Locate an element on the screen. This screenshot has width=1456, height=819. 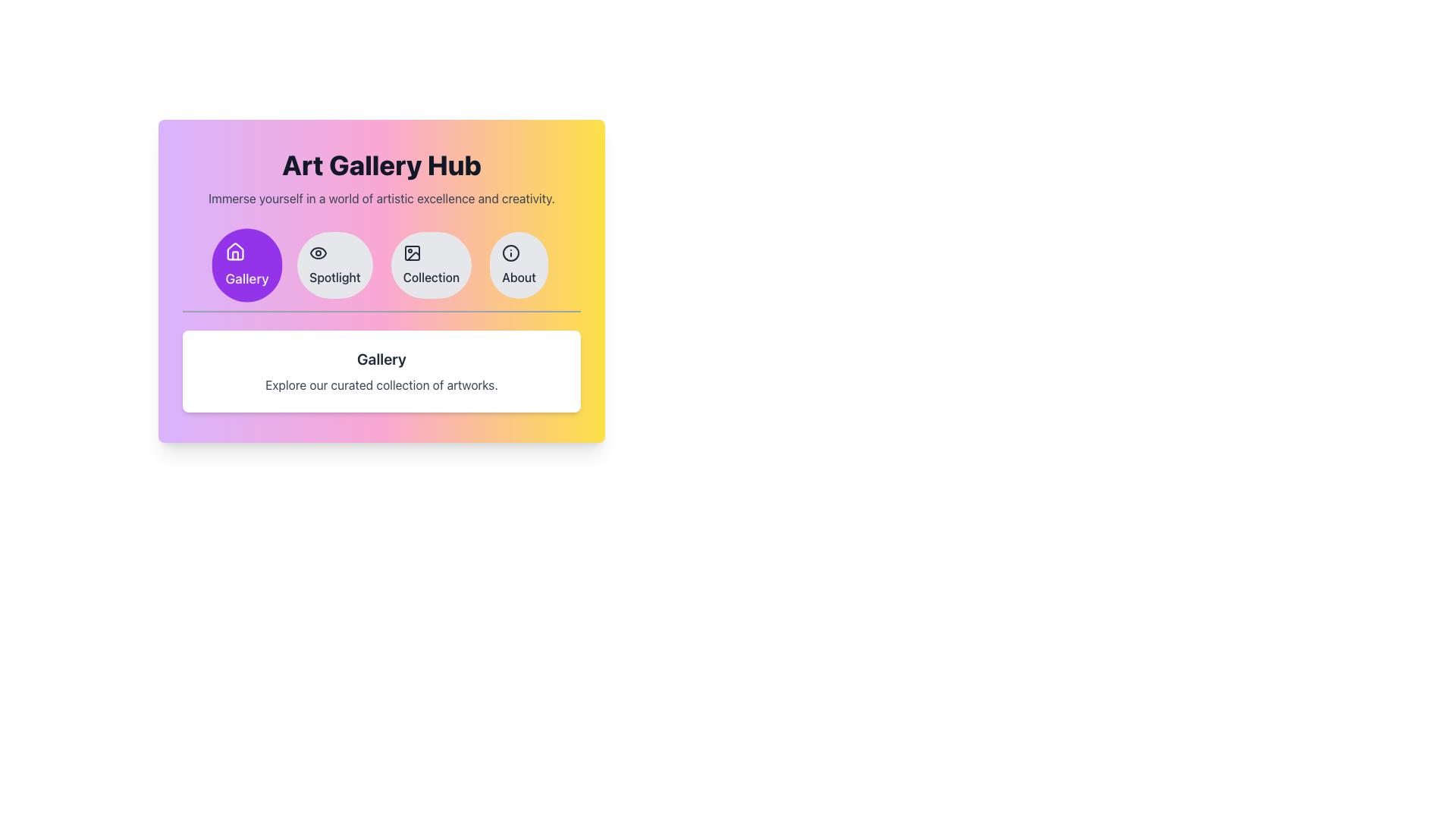
the Navigation Menu located in the center region of the card component titled 'Art Gallery Hub' to receive additional feedback is located at coordinates (381, 271).